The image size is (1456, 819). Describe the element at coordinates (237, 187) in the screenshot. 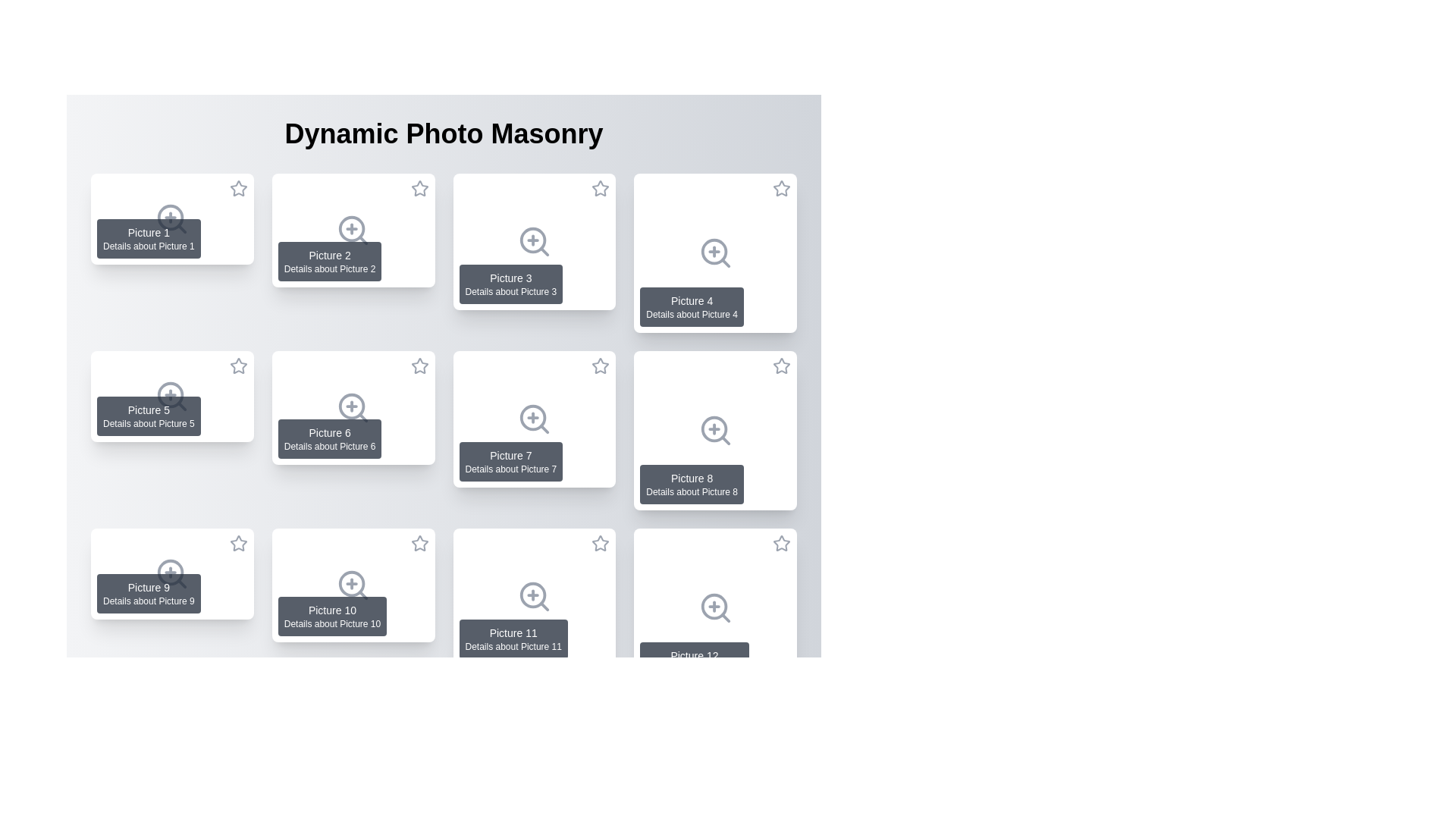

I see `the gray star-shaped icon located at the top-right corner of the media tile labeled 'Picture 1'` at that location.